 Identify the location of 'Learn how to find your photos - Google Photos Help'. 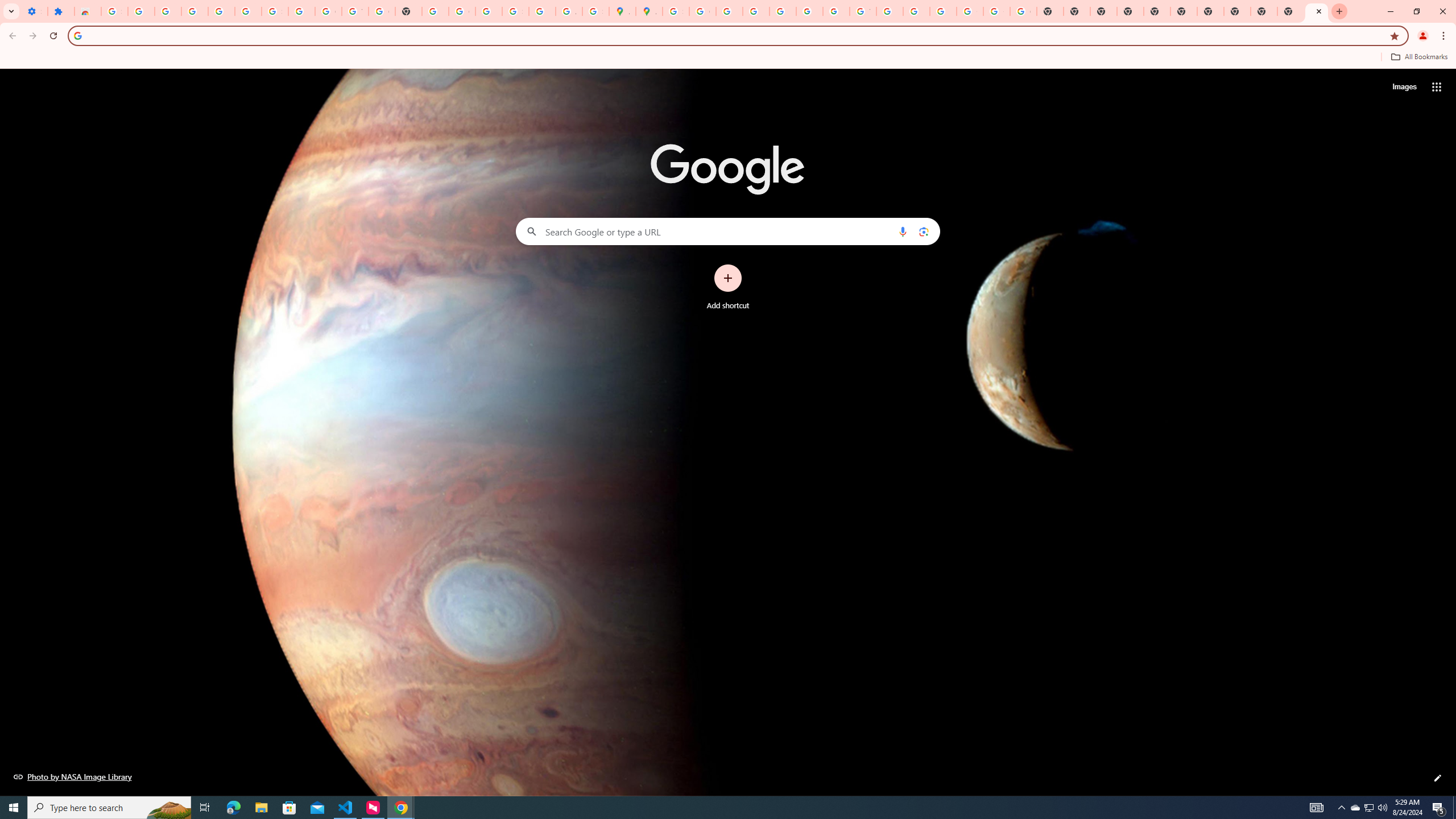
(221, 11).